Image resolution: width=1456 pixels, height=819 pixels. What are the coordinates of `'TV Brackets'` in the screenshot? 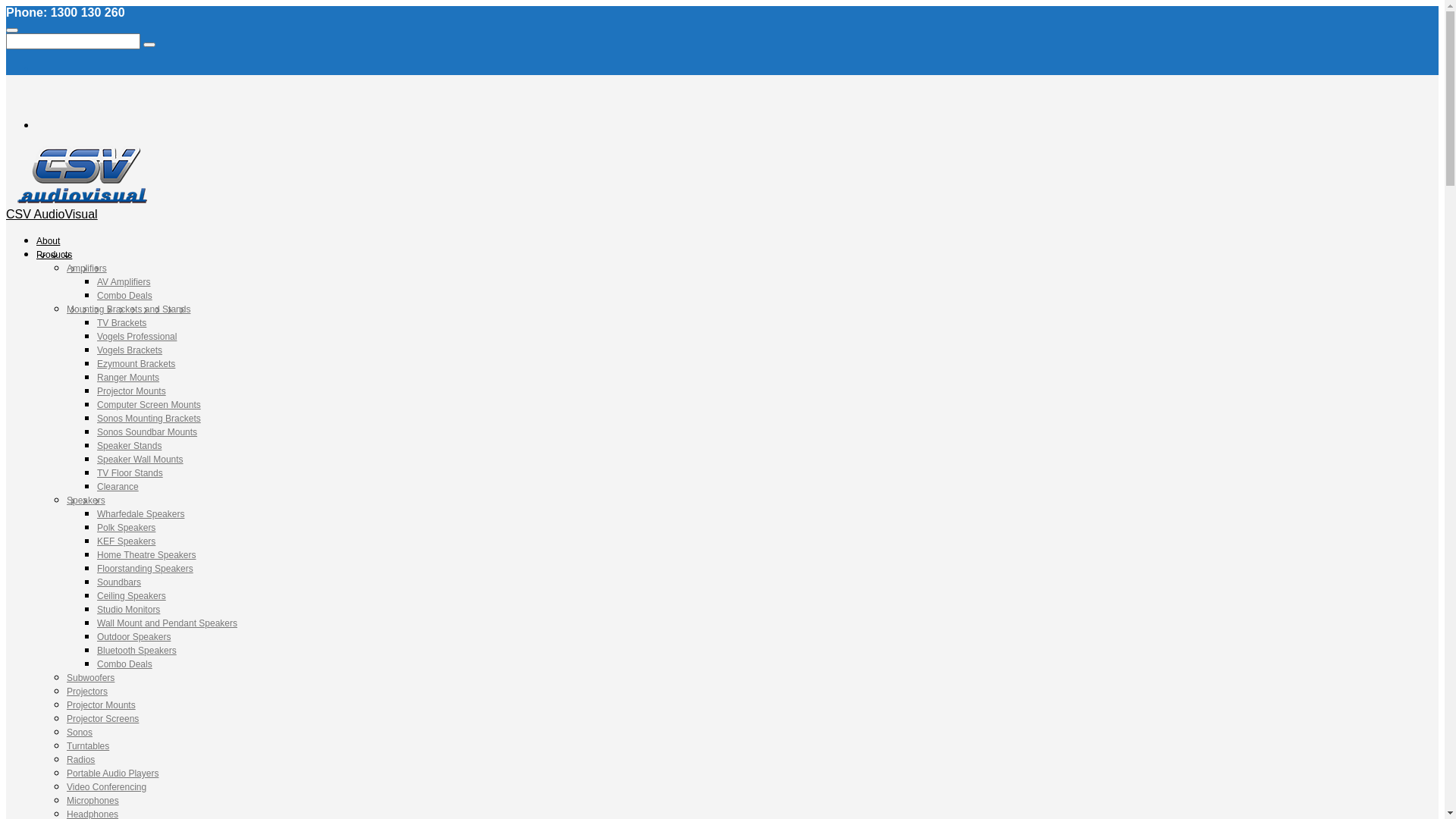 It's located at (121, 322).